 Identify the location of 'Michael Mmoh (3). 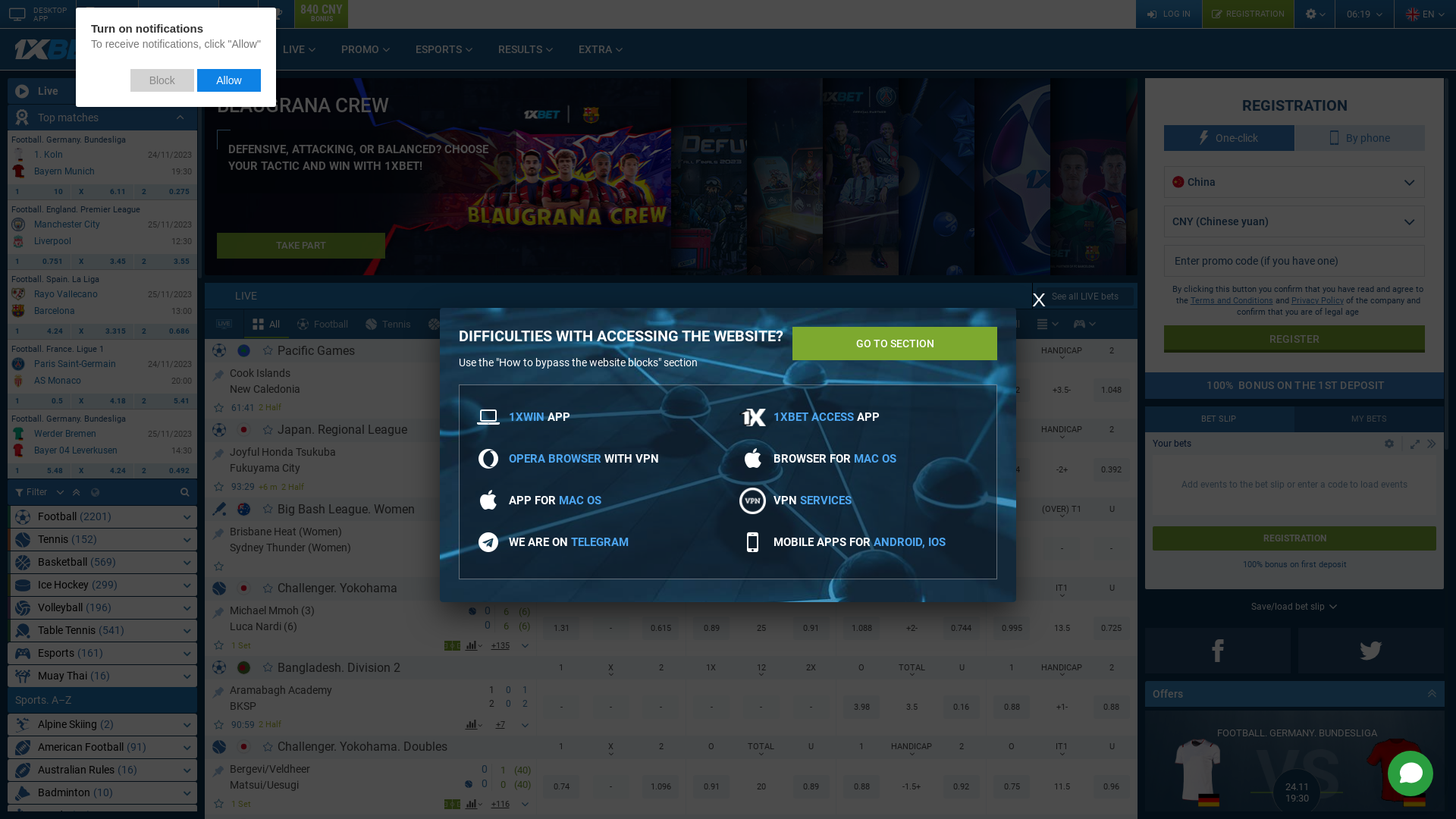
(348, 617).